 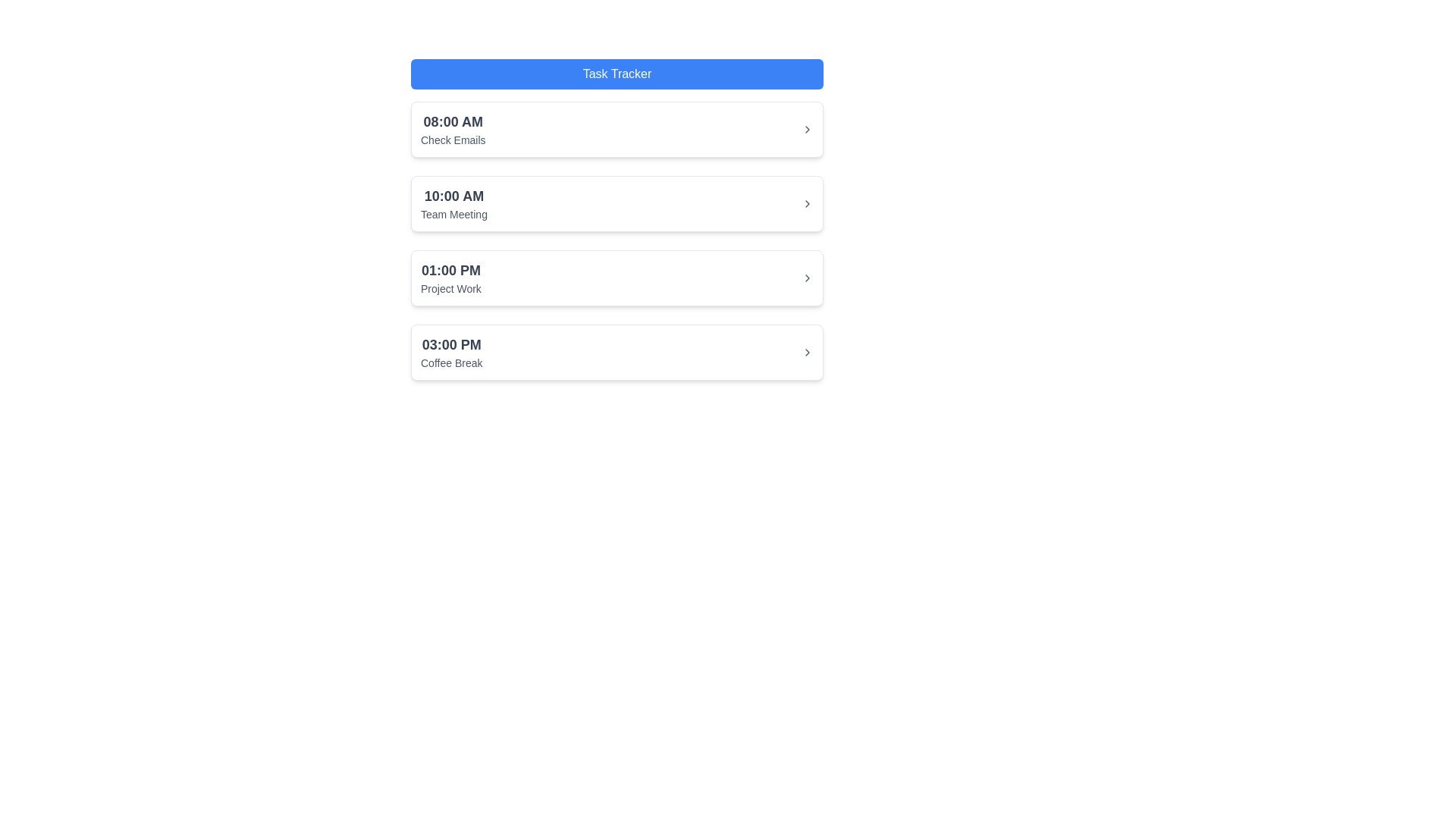 What do you see at coordinates (450, 270) in the screenshot?
I see `the static text label displaying the time of a scheduled task, located above 'Project Work' and between '10:00 AM' and '03:00 PM'` at bounding box center [450, 270].